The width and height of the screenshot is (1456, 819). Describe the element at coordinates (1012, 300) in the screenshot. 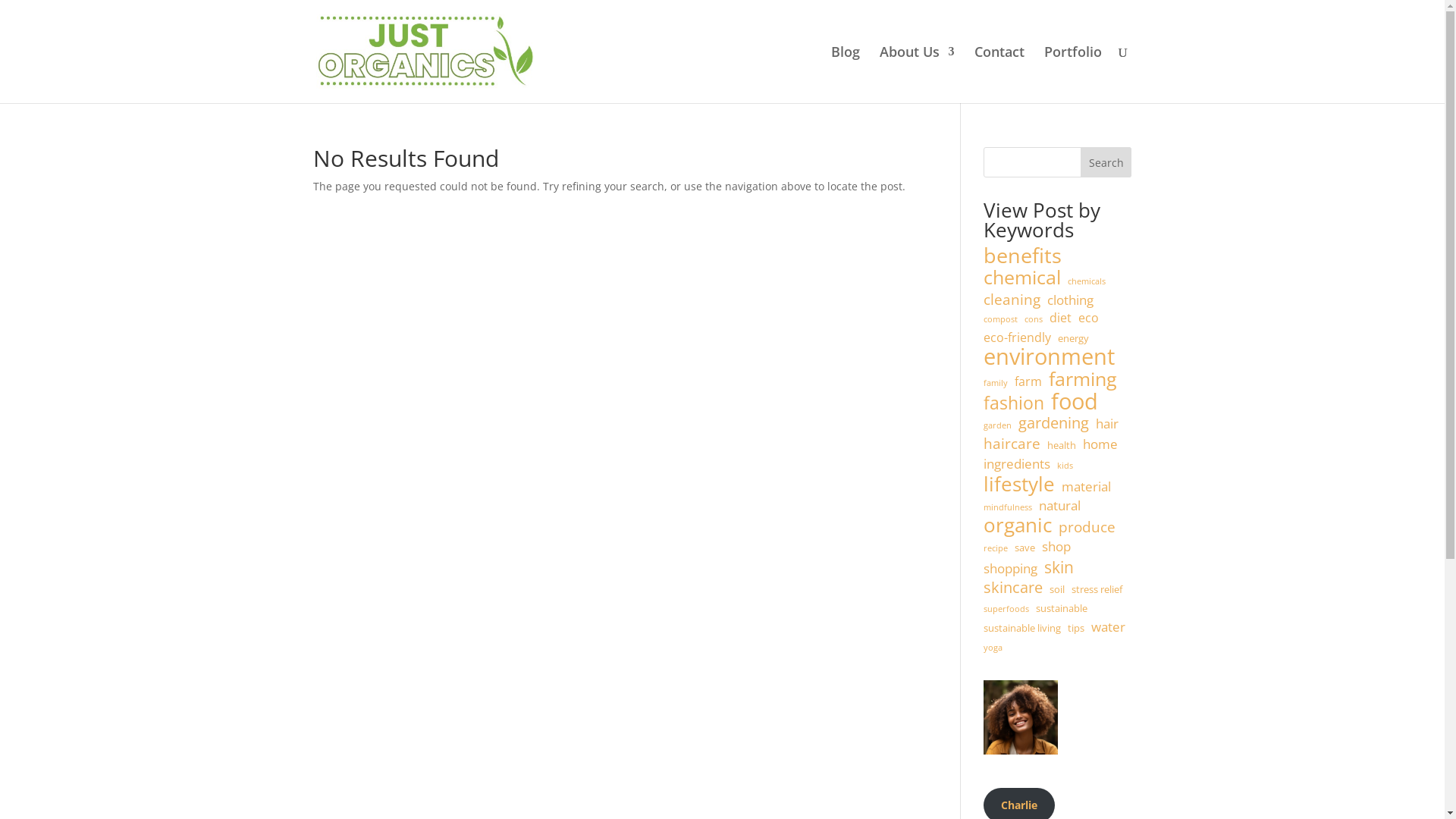

I see `'cleaning'` at that location.